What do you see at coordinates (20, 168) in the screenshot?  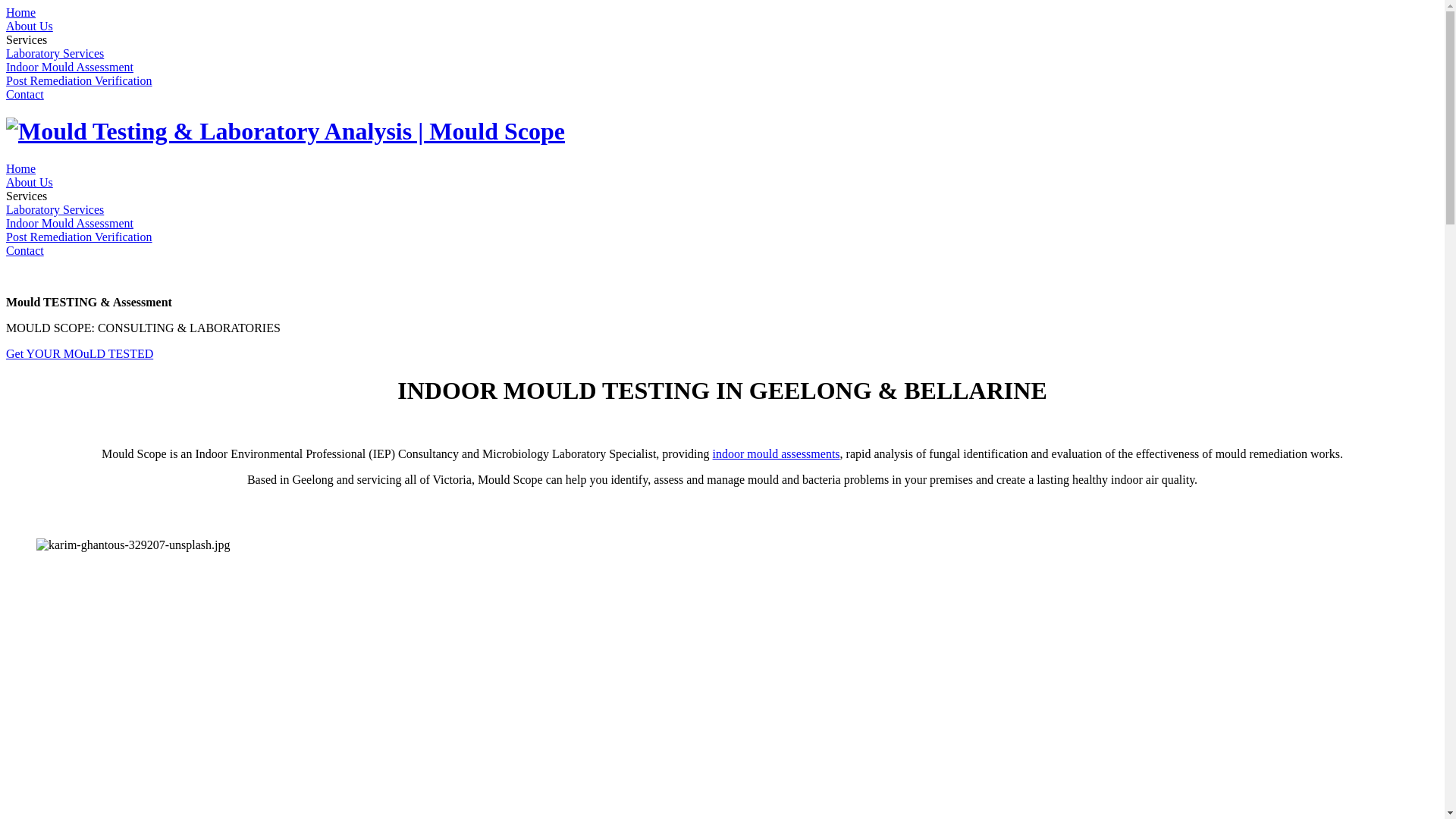 I see `'Home'` at bounding box center [20, 168].